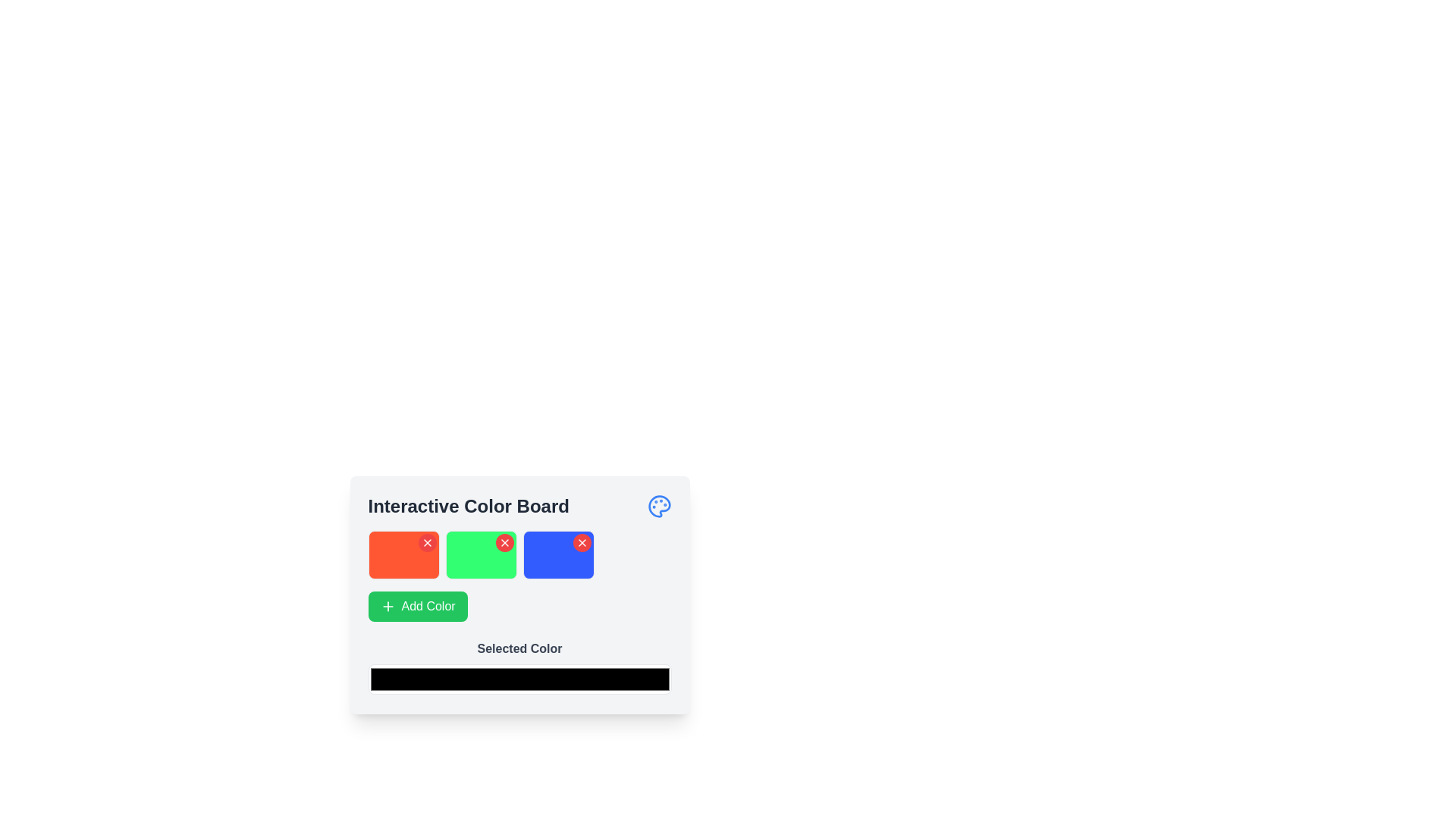 The width and height of the screenshot is (1456, 819). Describe the element at coordinates (388, 605) in the screenshot. I see `the plus icon located within the green 'Add Color' button, which denotes an action` at that location.